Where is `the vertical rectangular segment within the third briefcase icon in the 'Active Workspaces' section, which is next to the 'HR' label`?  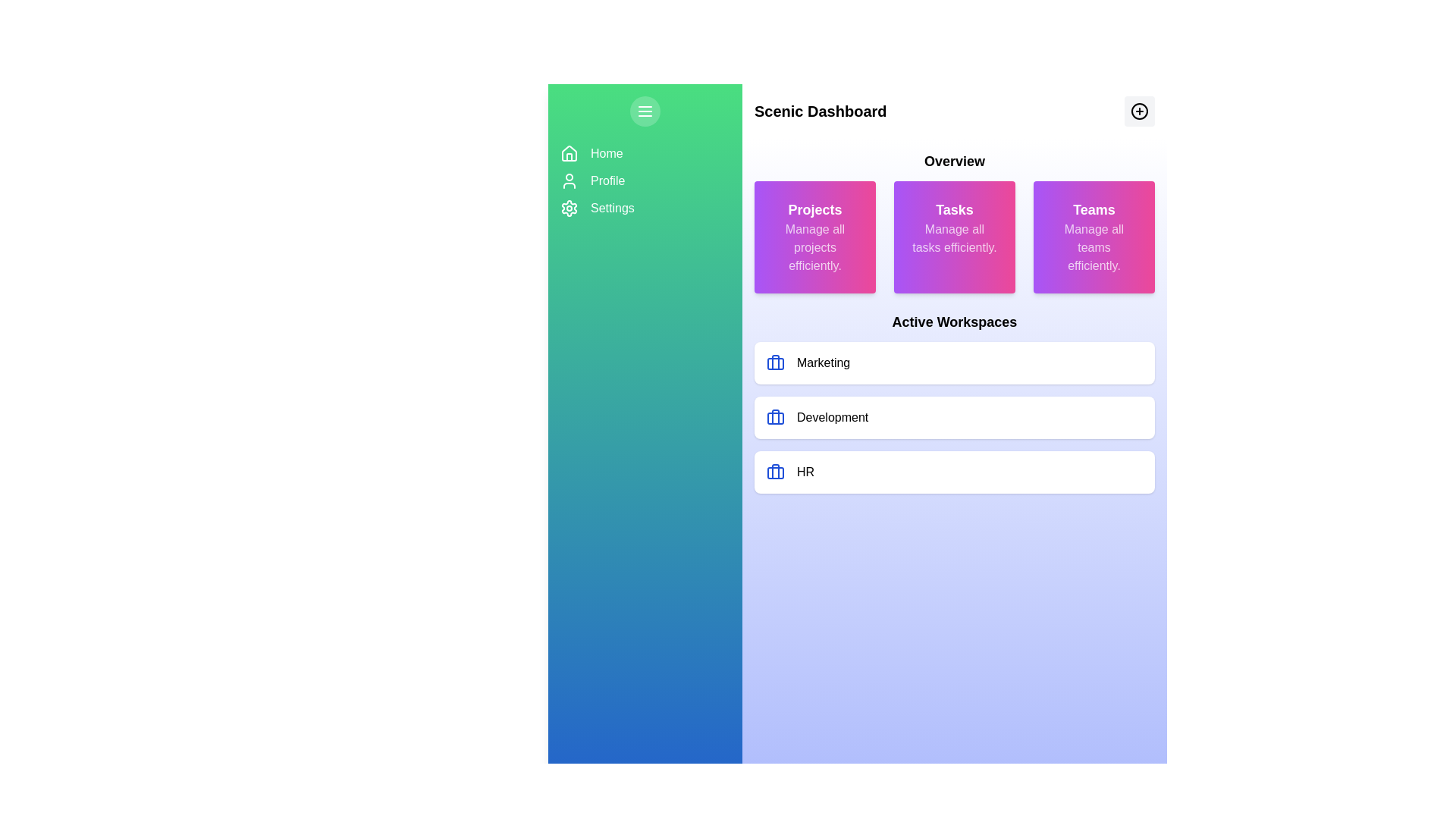 the vertical rectangular segment within the third briefcase icon in the 'Active Workspaces' section, which is next to the 'HR' label is located at coordinates (775, 470).